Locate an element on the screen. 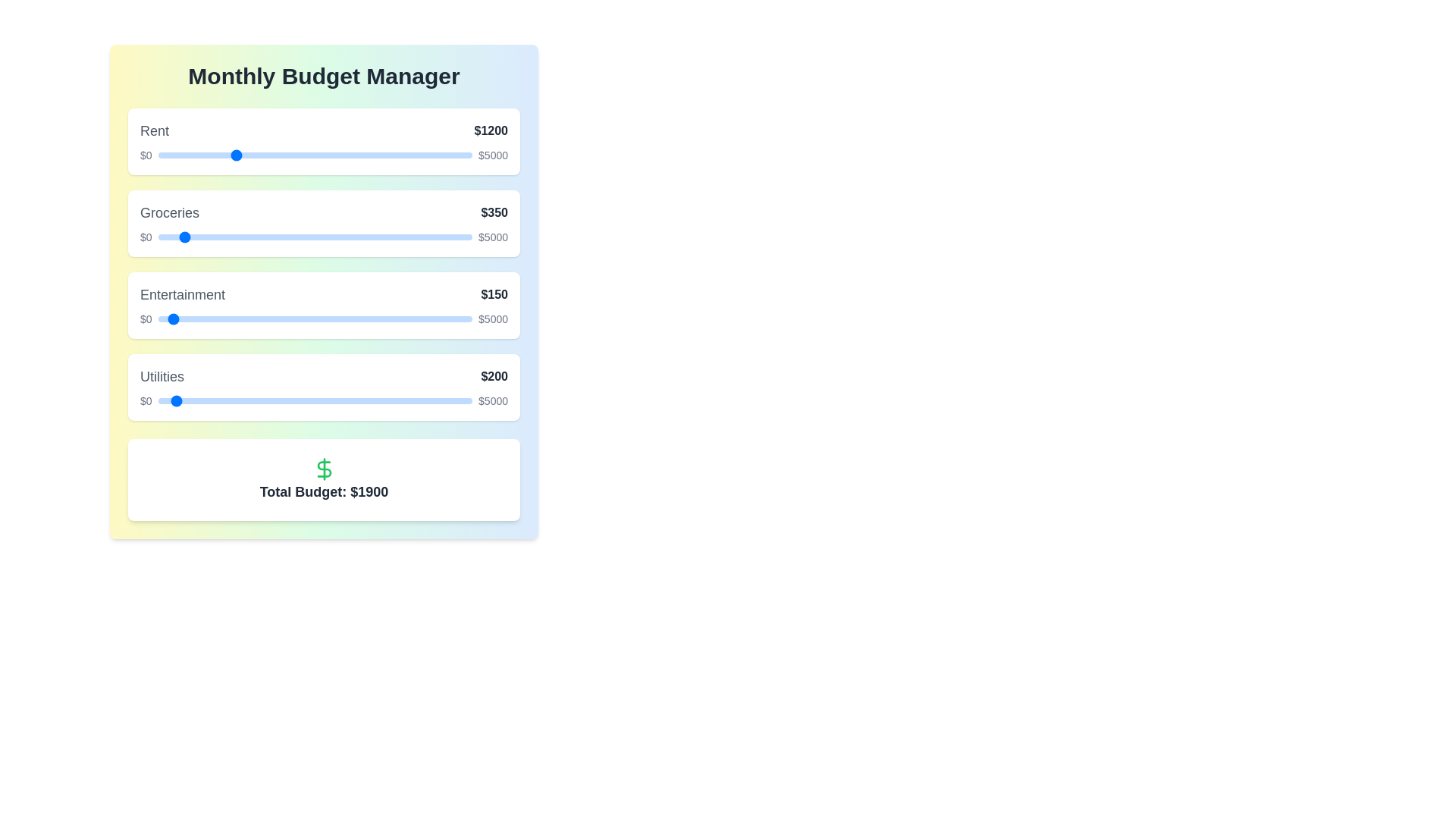  the thumb point of the horizontal range slider located in the 'Rent' section is located at coordinates (314, 155).